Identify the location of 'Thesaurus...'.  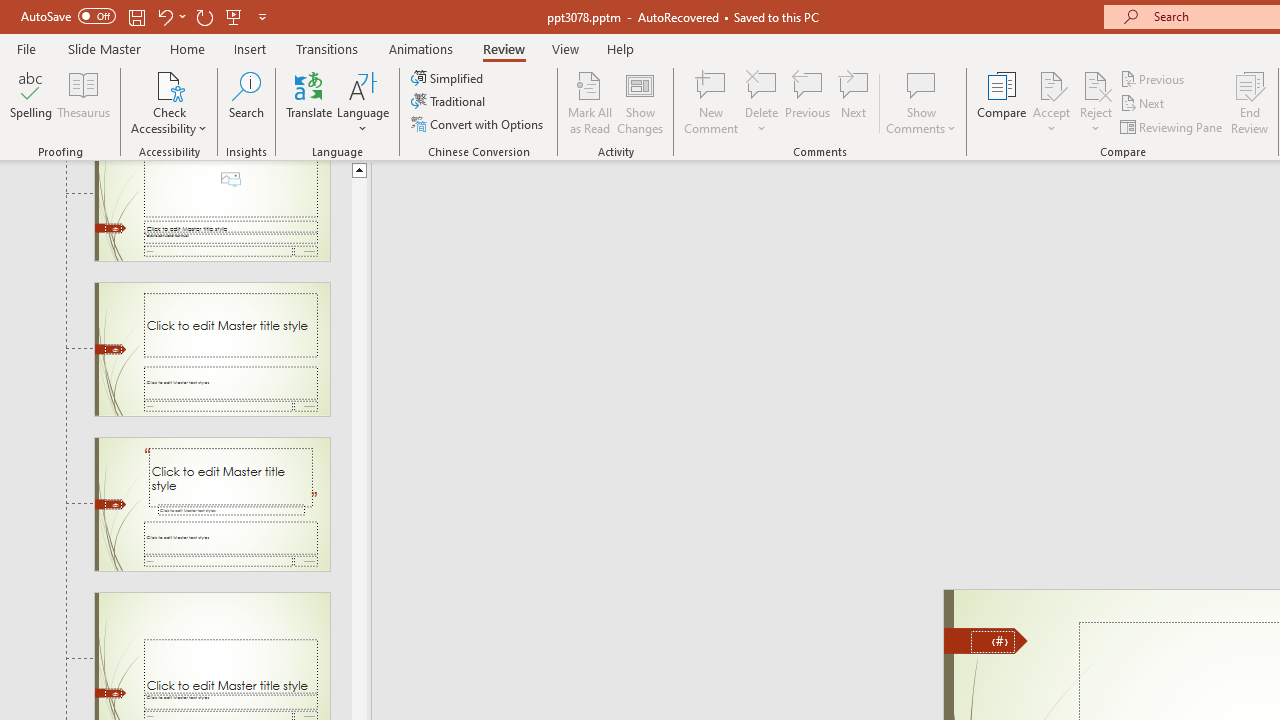
(82, 103).